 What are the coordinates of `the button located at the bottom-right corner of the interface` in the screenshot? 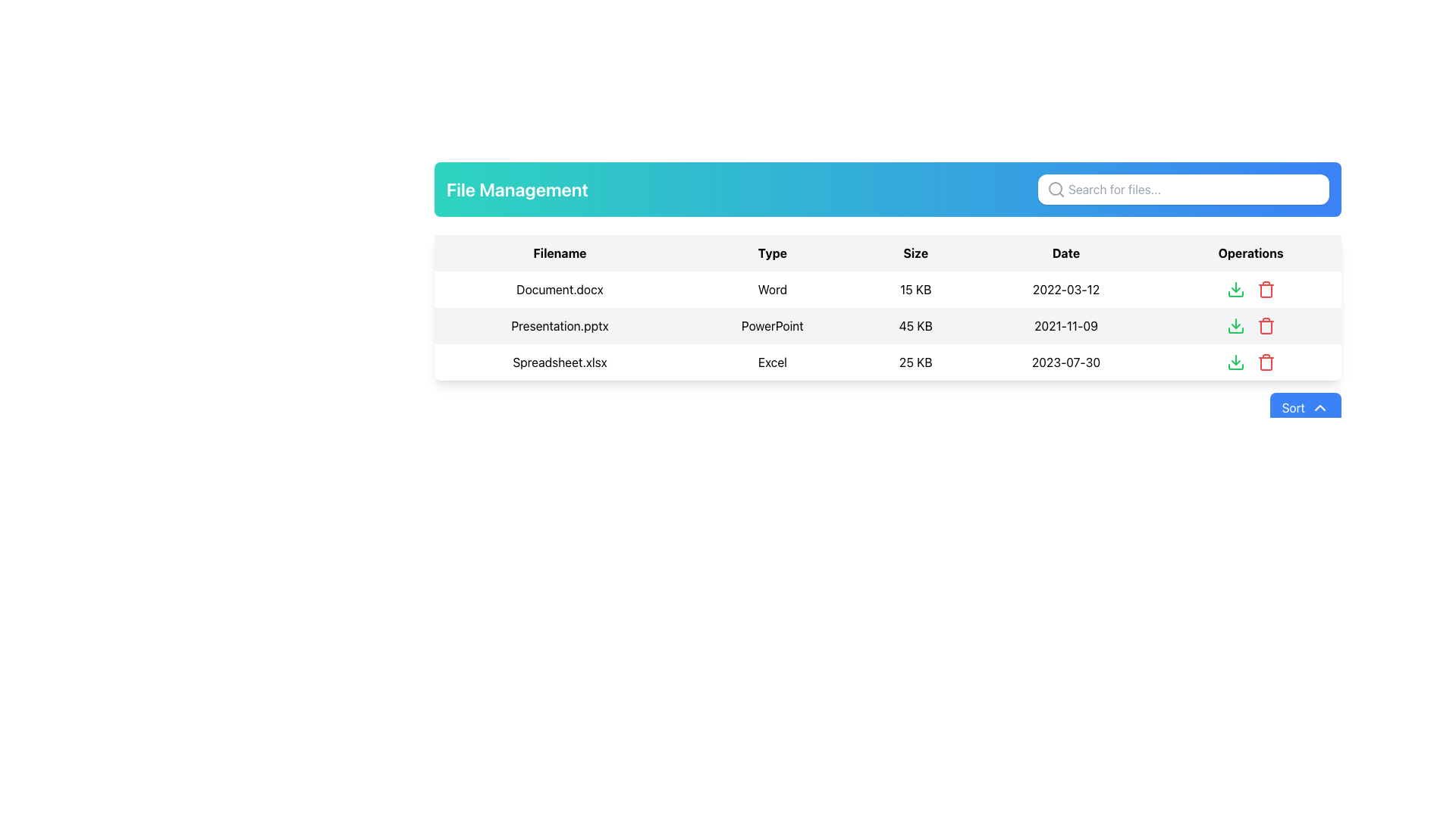 It's located at (1304, 406).